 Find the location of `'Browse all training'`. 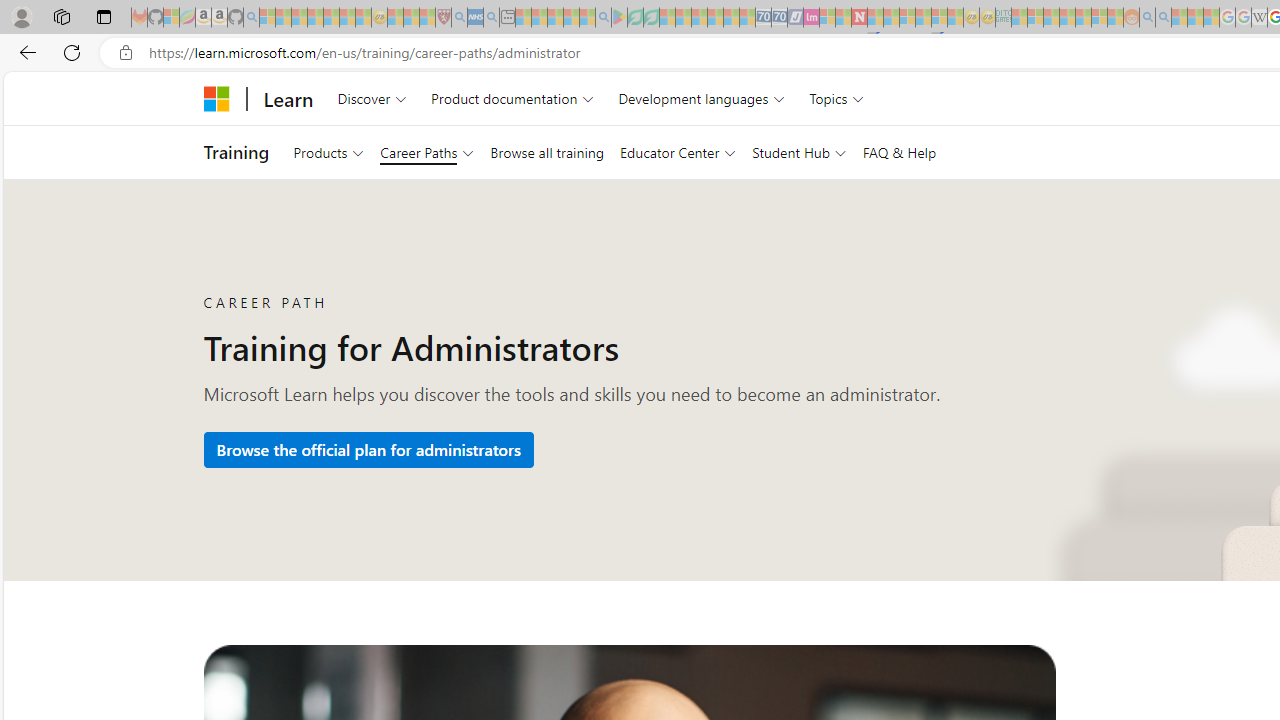

'Browse all training' is located at coordinates (547, 151).